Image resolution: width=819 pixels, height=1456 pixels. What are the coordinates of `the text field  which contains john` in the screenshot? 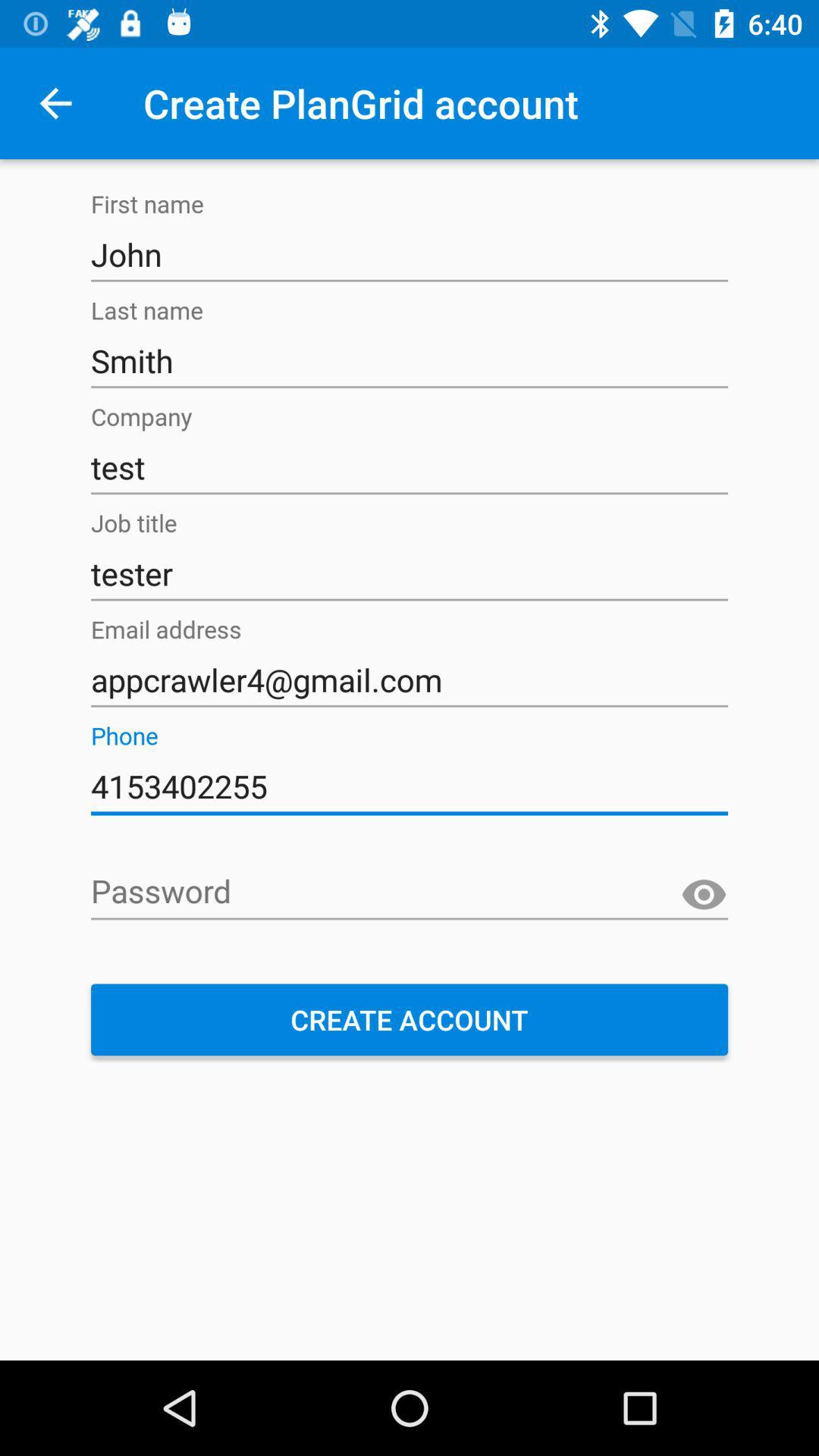 It's located at (409, 255).